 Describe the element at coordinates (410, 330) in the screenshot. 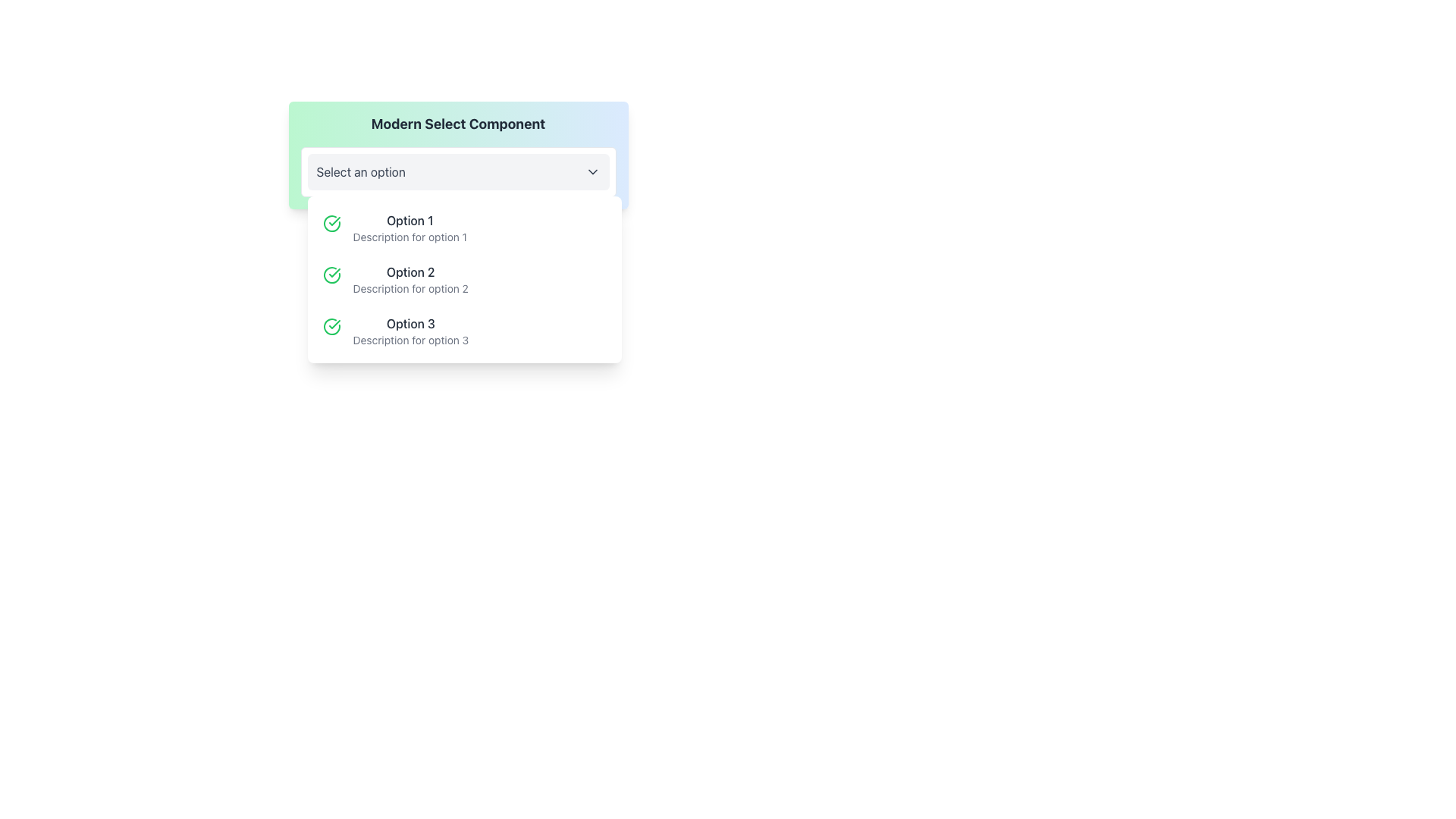

I see `the third option in the dropdown that displays 'Option 3' with a description below it` at that location.